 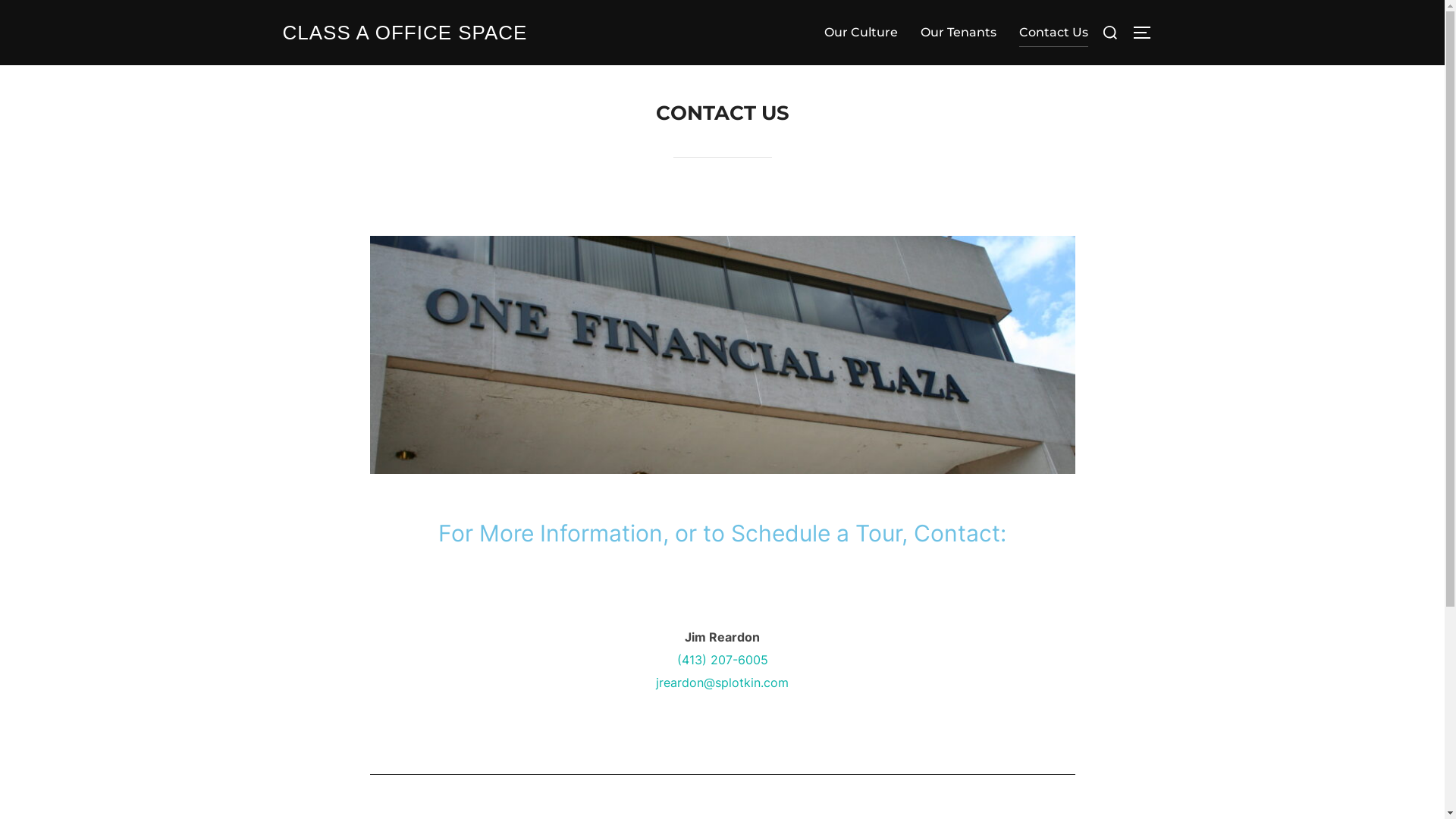 I want to click on 'jreardon@splotkin.com', so click(x=655, y=681).